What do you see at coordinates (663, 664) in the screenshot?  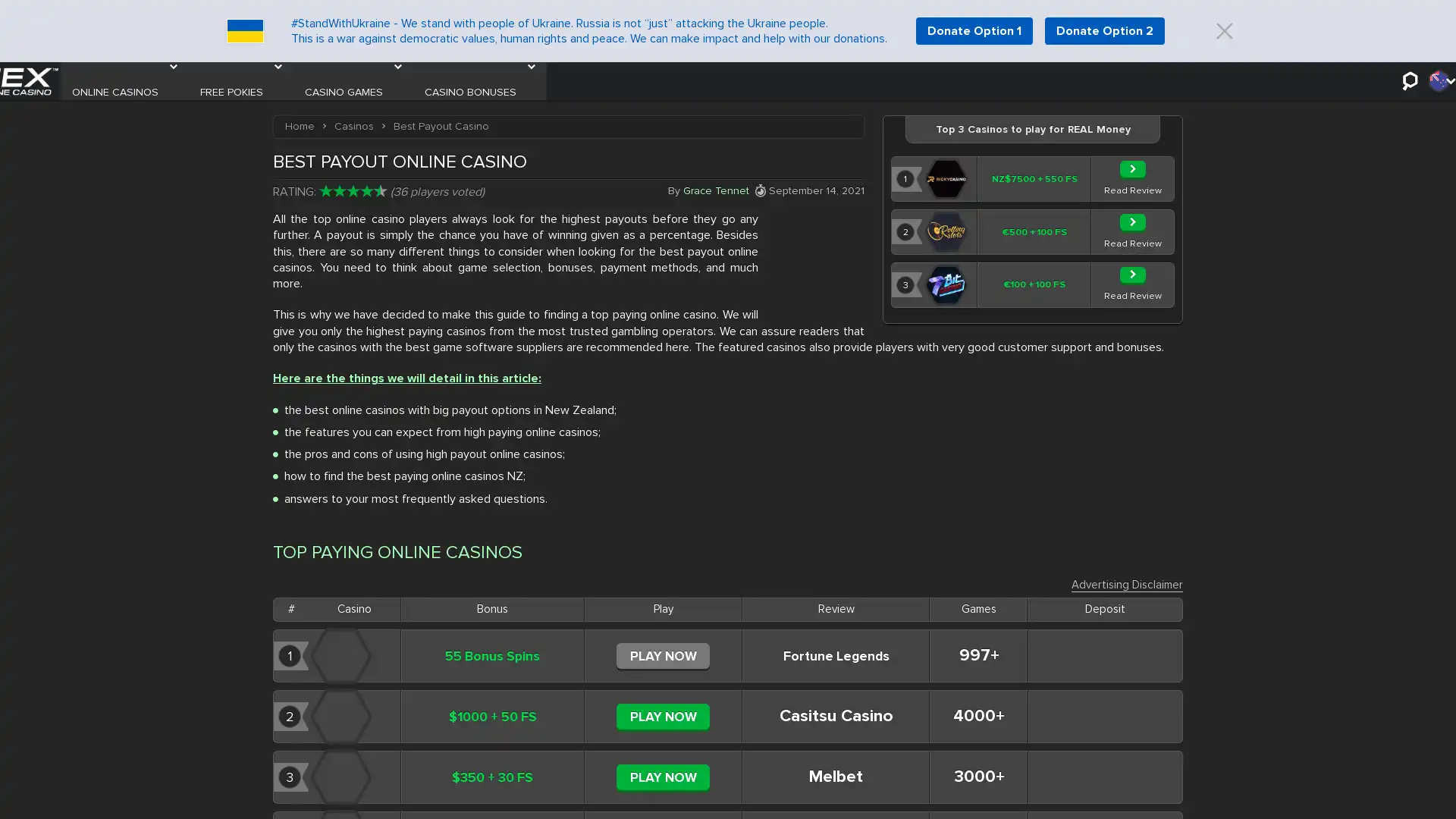 I see `PLAY NOW` at bounding box center [663, 664].